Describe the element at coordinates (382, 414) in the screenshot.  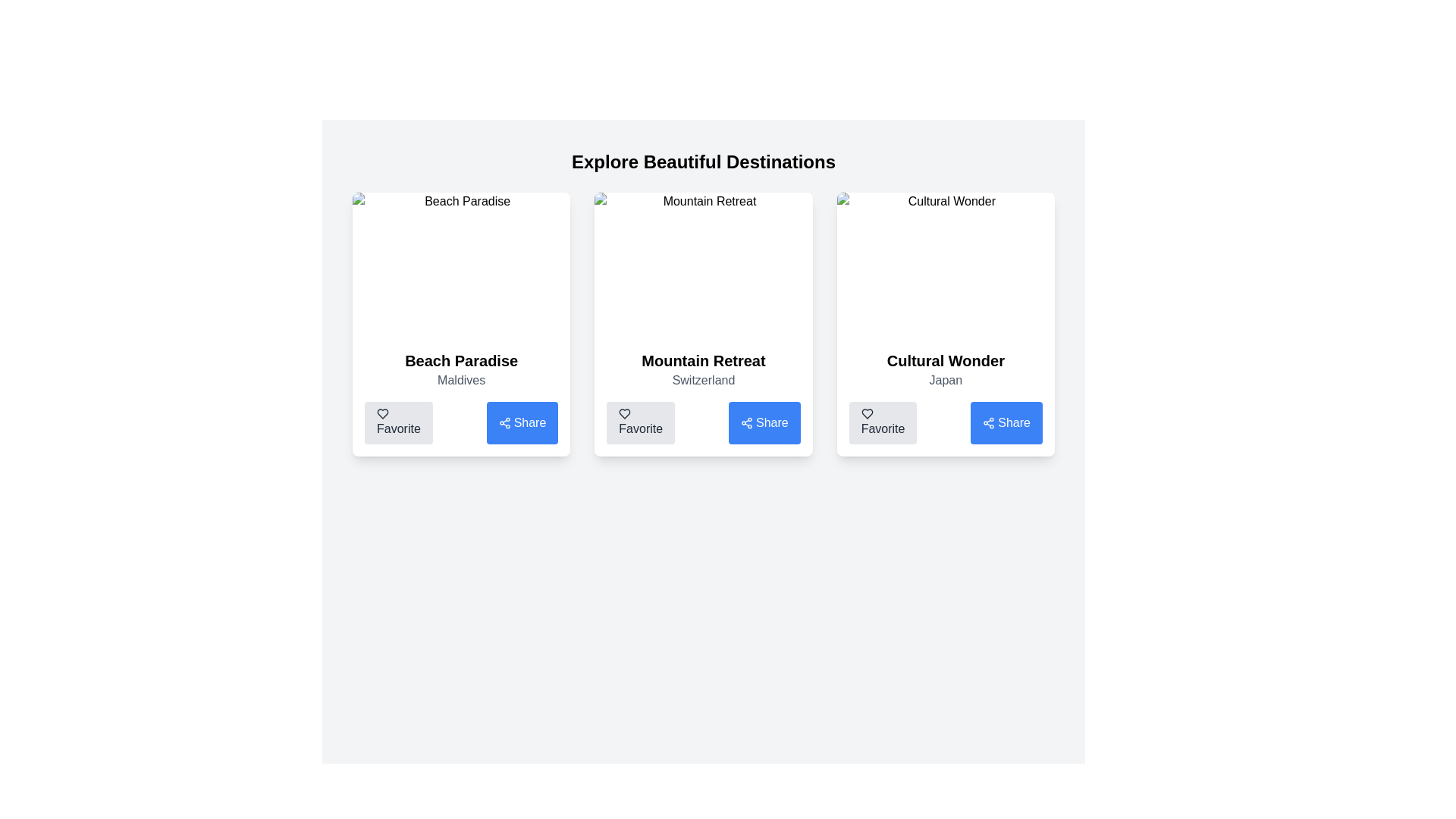
I see `the 'favorite' or 'like' icon located in the bottom-left corner of the first card above the text 'Favorite'` at that location.